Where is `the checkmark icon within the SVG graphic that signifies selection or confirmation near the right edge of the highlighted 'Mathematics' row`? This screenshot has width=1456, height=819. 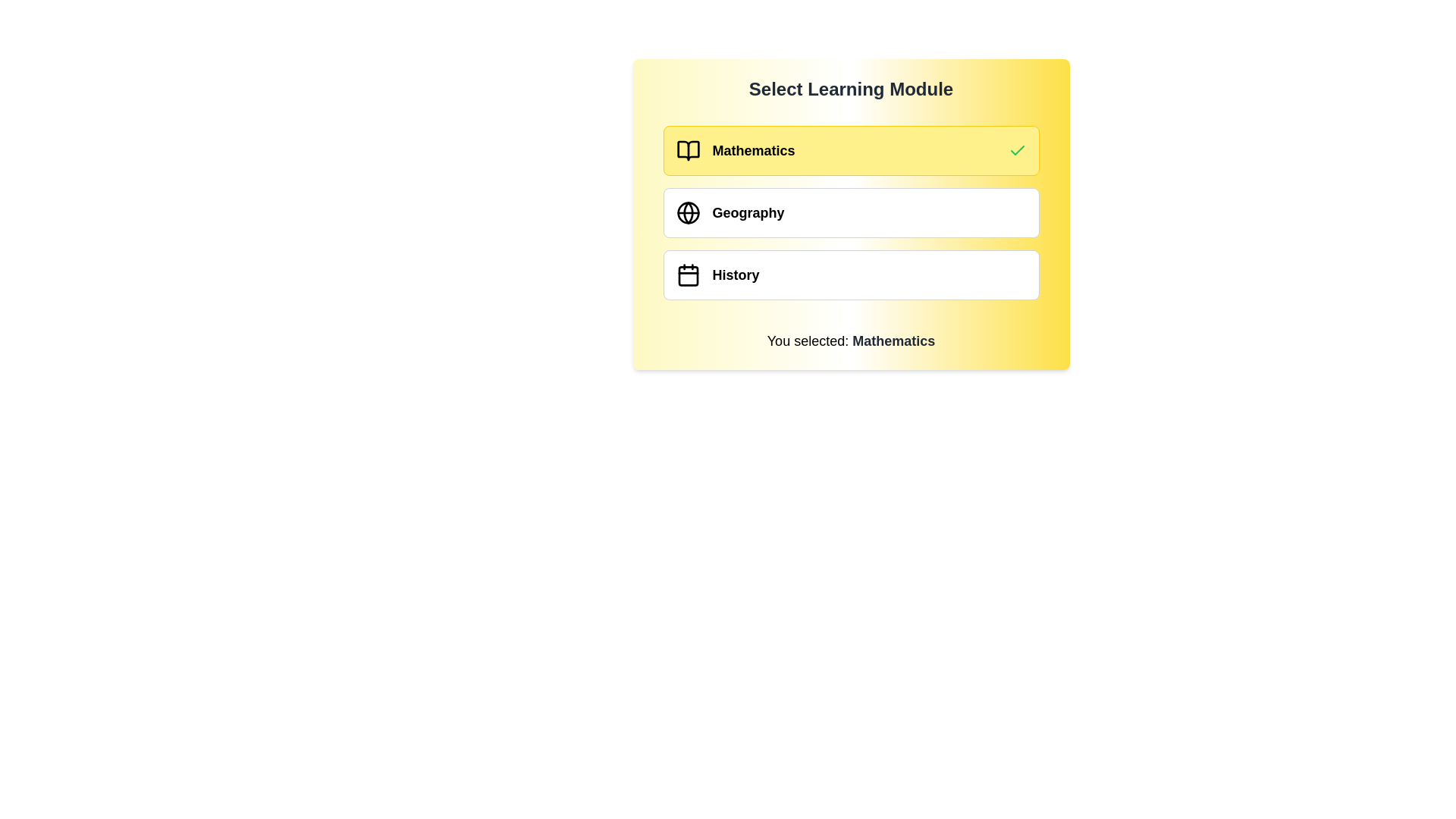 the checkmark icon within the SVG graphic that signifies selection or confirmation near the right edge of the highlighted 'Mathematics' row is located at coordinates (1017, 150).